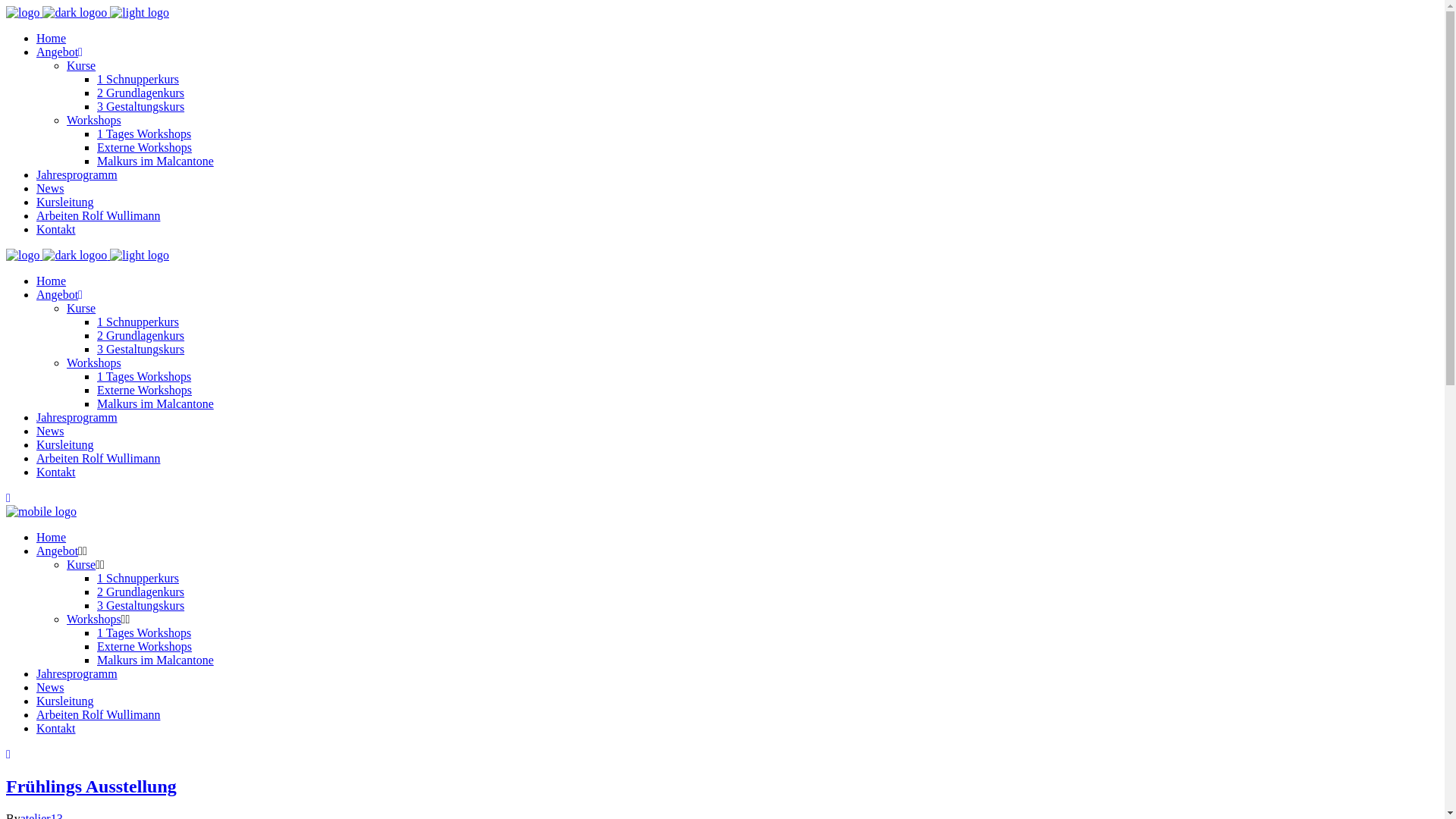 The image size is (1456, 819). Describe the element at coordinates (140, 349) in the screenshot. I see `'3 Gestaltungskurs'` at that location.